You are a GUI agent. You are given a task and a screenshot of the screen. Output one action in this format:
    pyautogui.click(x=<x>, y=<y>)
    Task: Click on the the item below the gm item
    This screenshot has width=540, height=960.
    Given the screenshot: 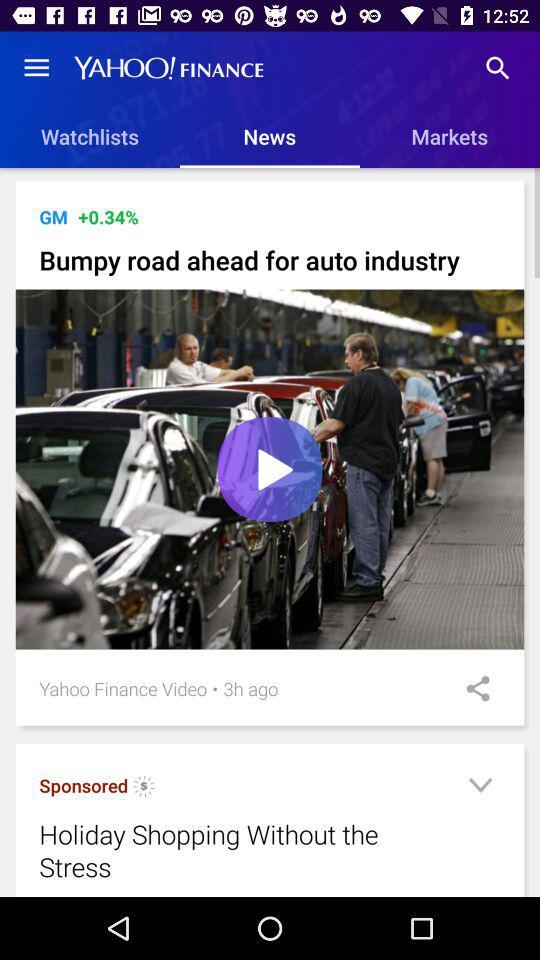 What is the action you would take?
    pyautogui.click(x=270, y=259)
    